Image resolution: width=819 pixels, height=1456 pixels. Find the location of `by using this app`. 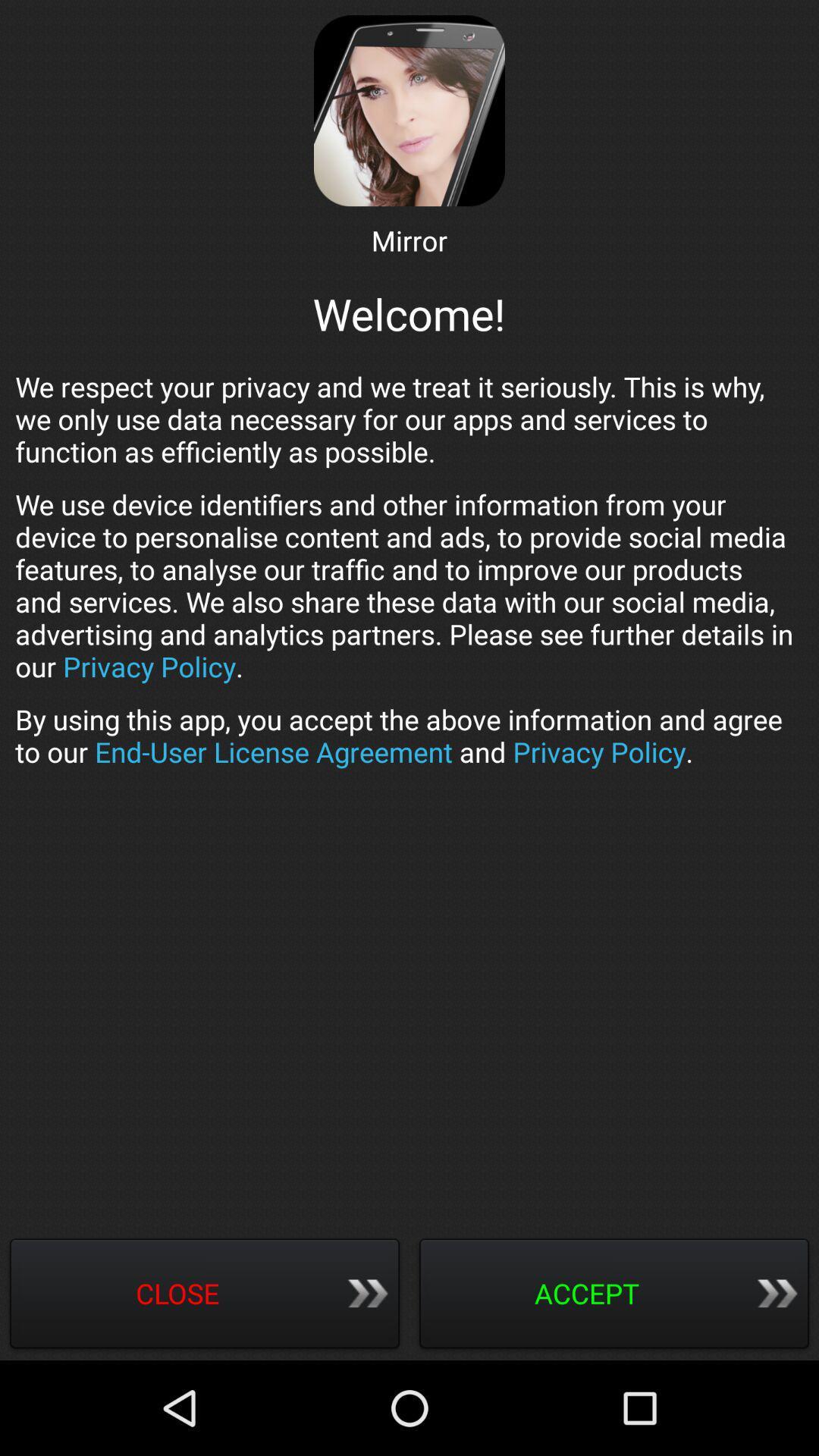

by using this app is located at coordinates (409, 736).